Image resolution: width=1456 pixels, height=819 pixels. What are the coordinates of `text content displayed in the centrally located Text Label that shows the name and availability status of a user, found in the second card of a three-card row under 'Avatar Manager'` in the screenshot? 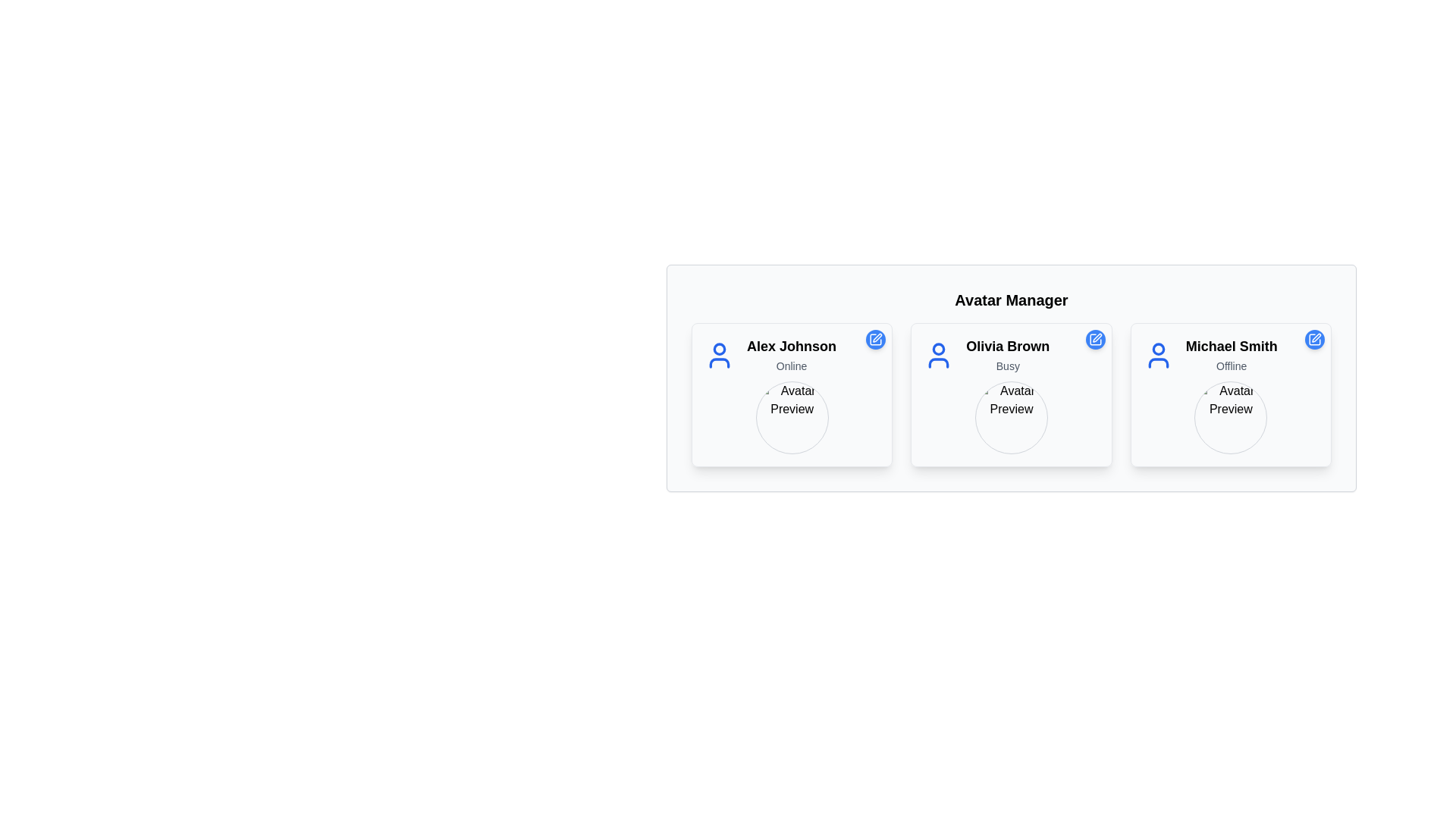 It's located at (1008, 356).